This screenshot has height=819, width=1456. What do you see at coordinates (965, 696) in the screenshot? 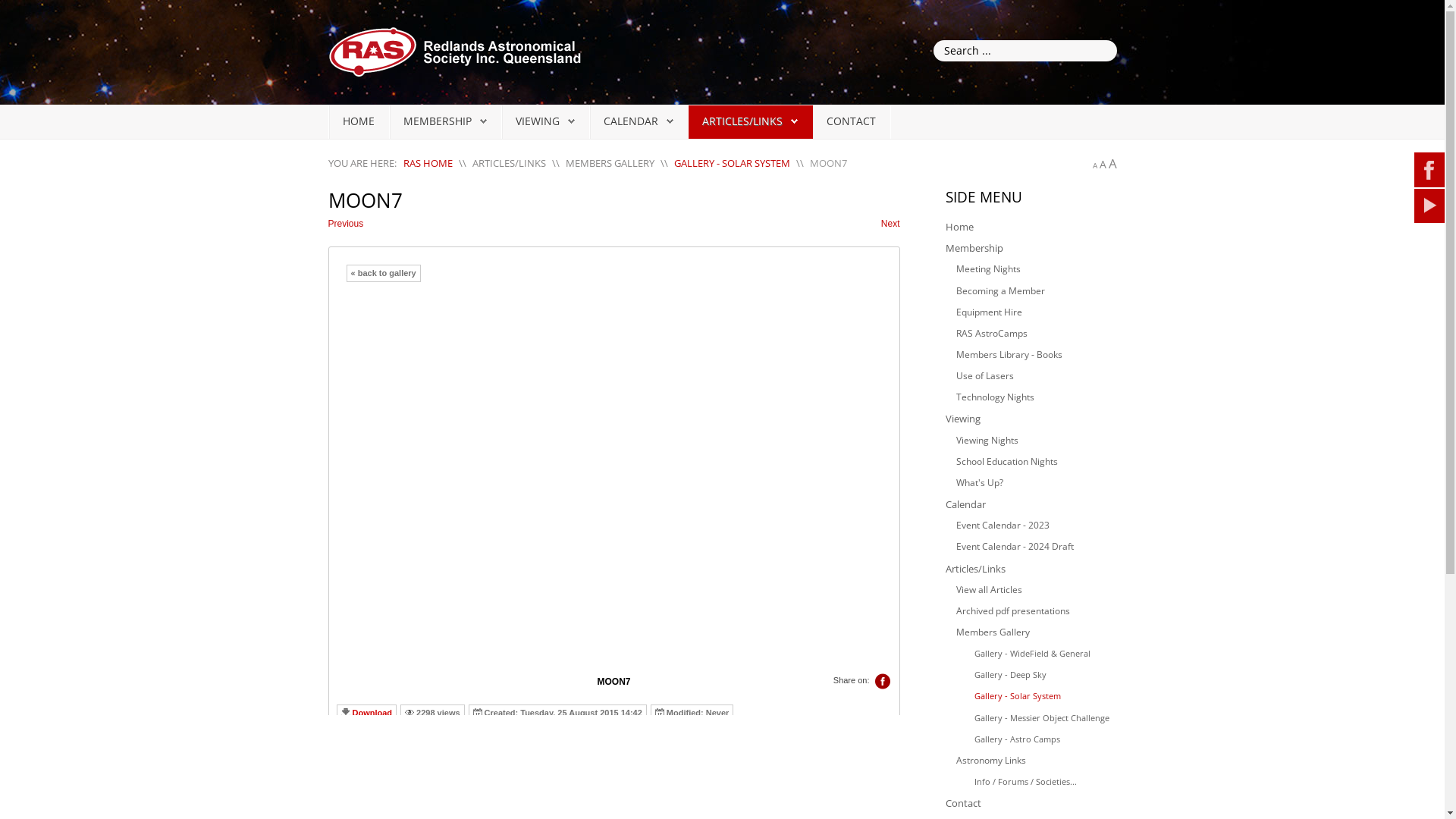
I see `'Gallery - Solar System'` at bounding box center [965, 696].